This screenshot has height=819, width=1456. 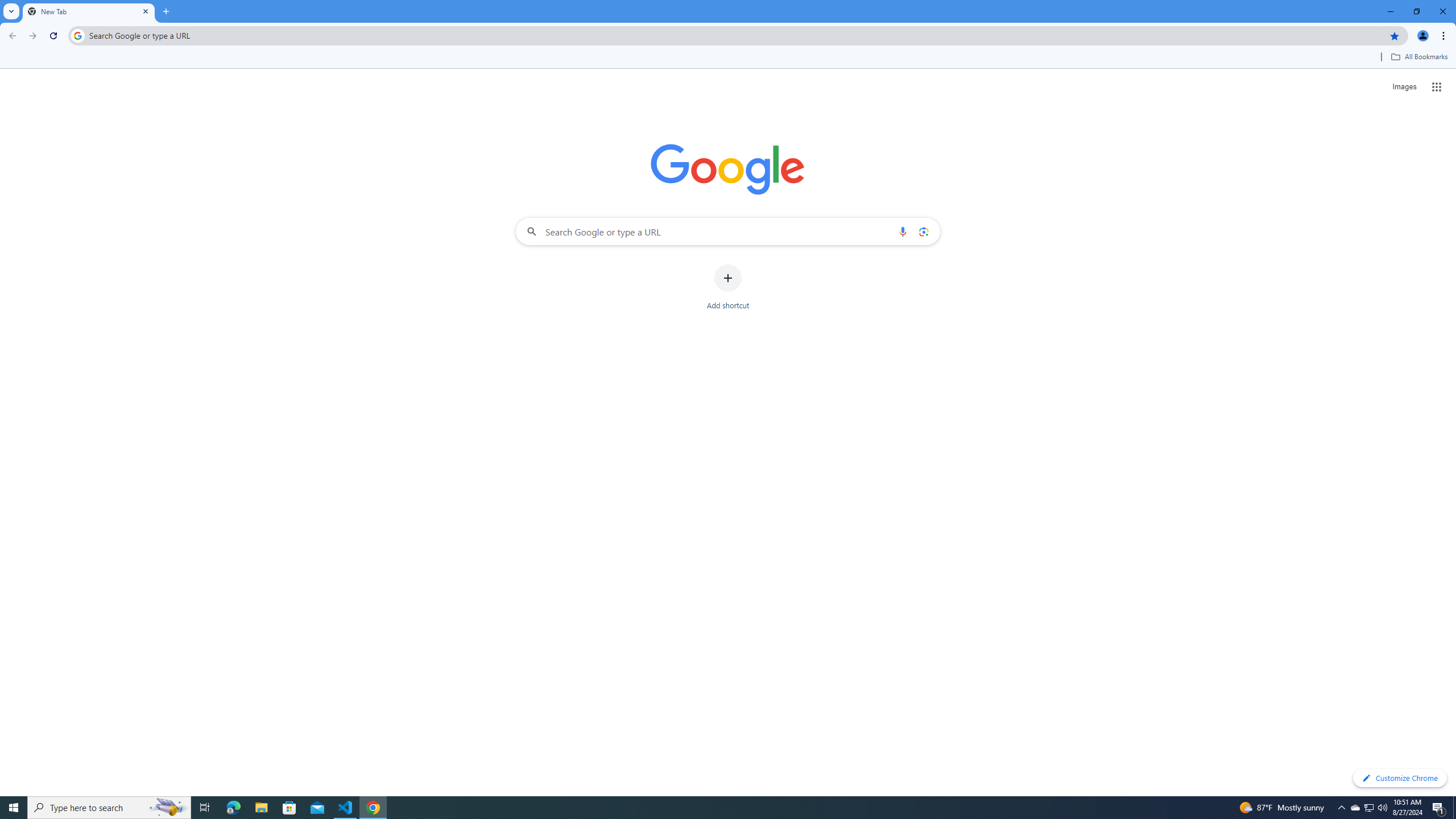 What do you see at coordinates (728, 287) in the screenshot?
I see `'Add shortcut'` at bounding box center [728, 287].